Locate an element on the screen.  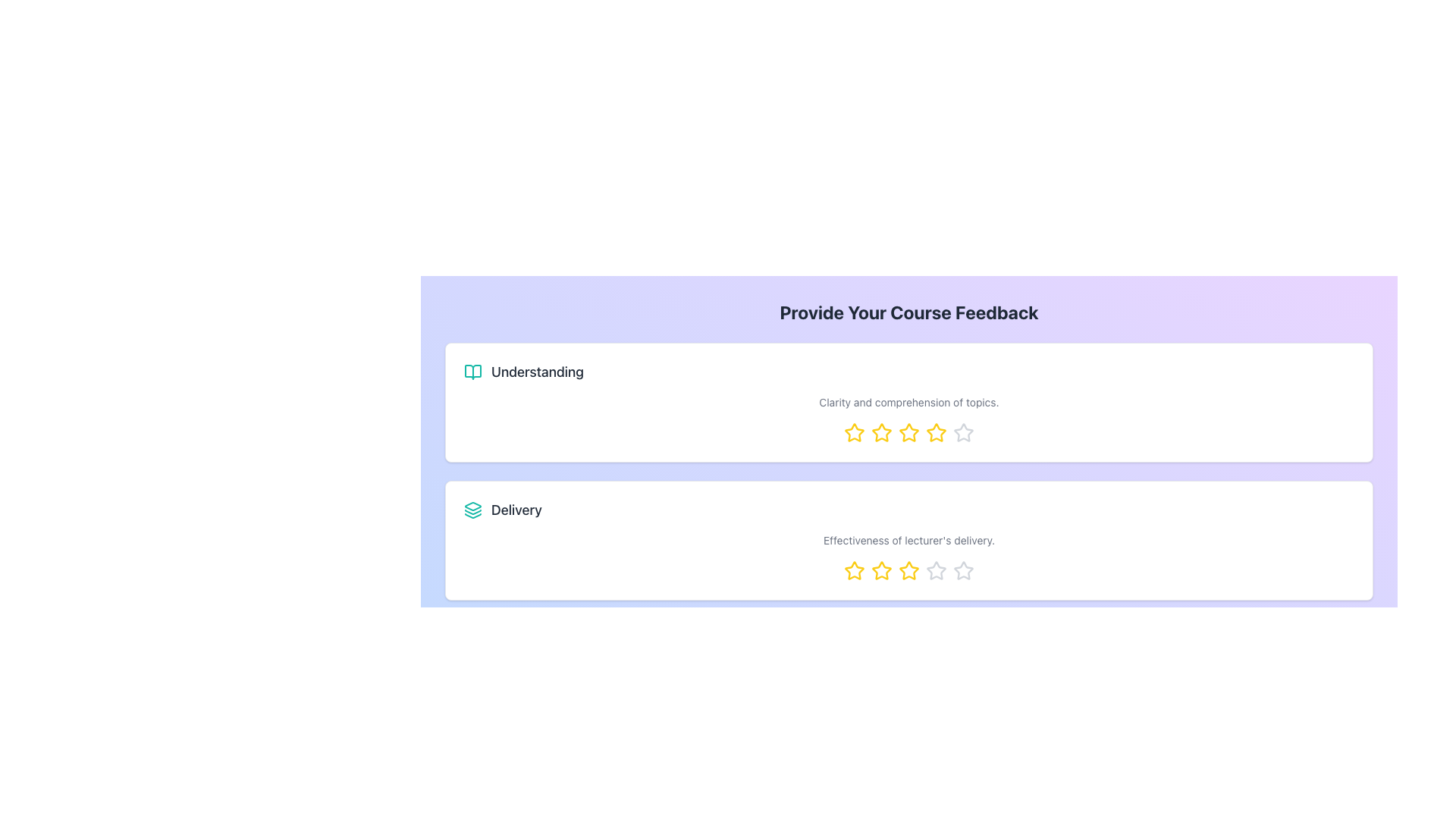
the fourth star in the 'Delivery' feedback section is located at coordinates (855, 708).